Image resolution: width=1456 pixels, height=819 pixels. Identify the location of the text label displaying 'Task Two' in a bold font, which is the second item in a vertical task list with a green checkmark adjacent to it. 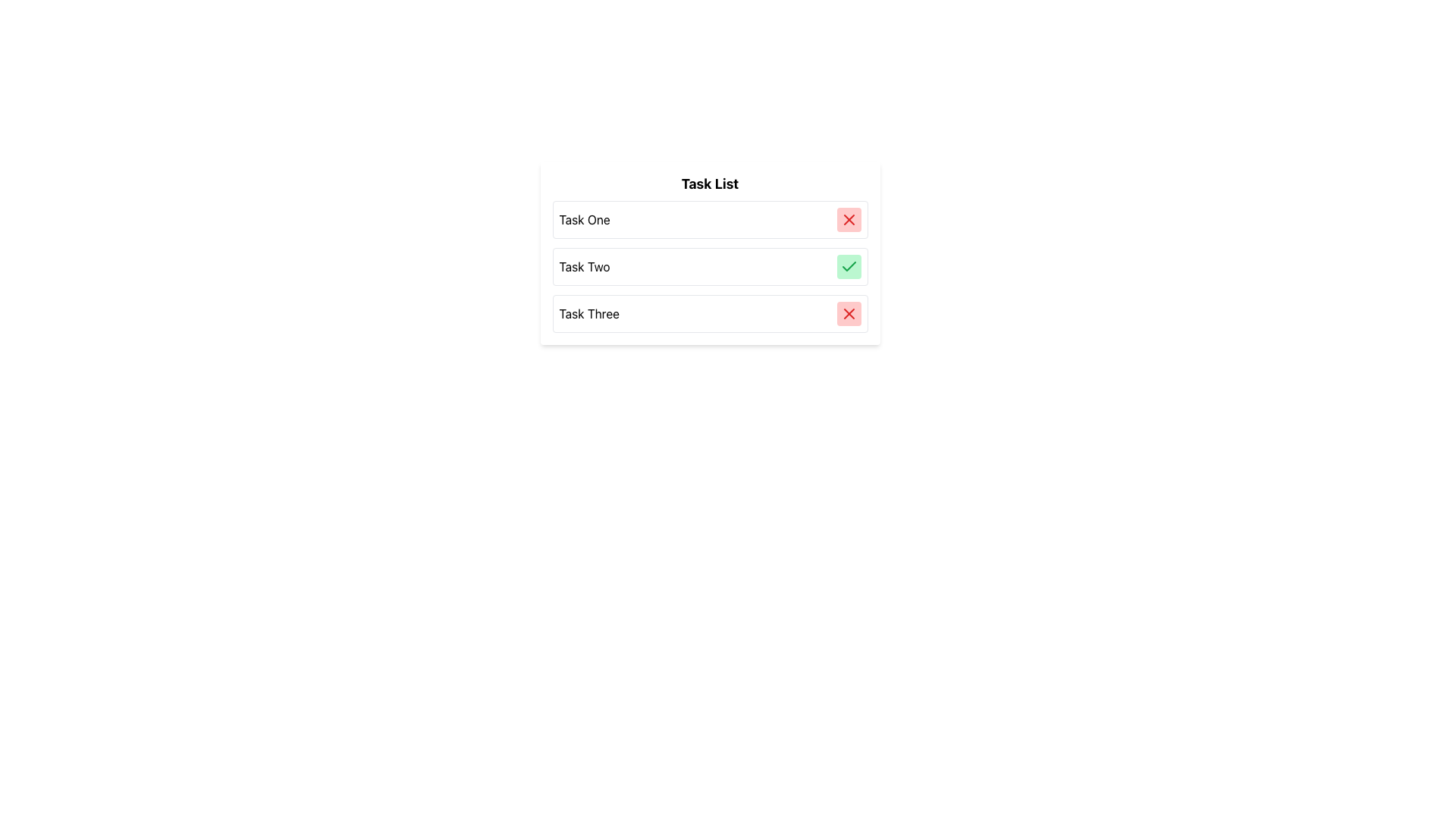
(584, 265).